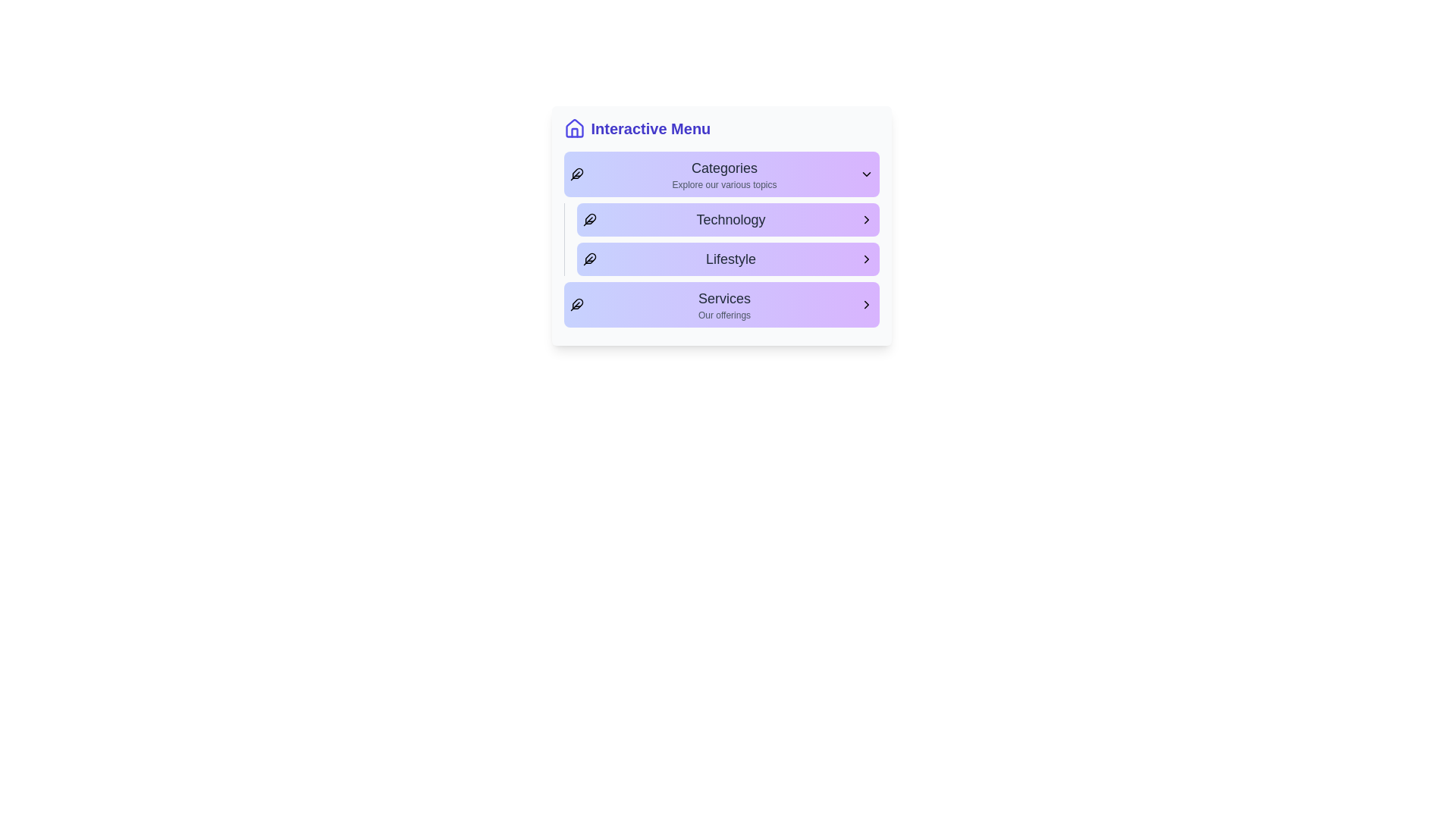  I want to click on the right-pointing Chevron icon located at the rightmost side of the 'Services - Our offerings' menu entry, so click(866, 304).